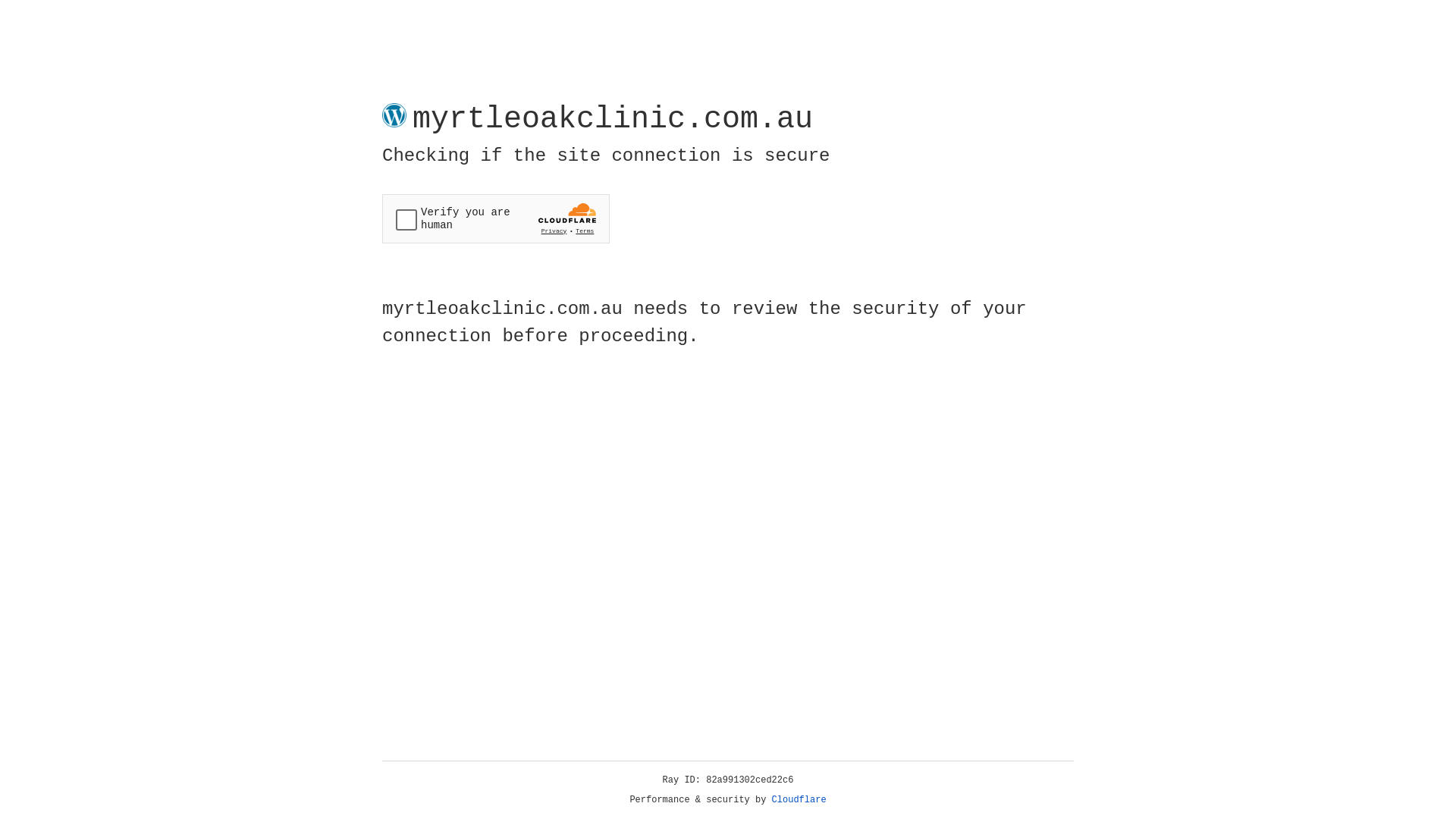  What do you see at coordinates (495, 218) in the screenshot?
I see `'Widget containing a Cloudflare security challenge'` at bounding box center [495, 218].